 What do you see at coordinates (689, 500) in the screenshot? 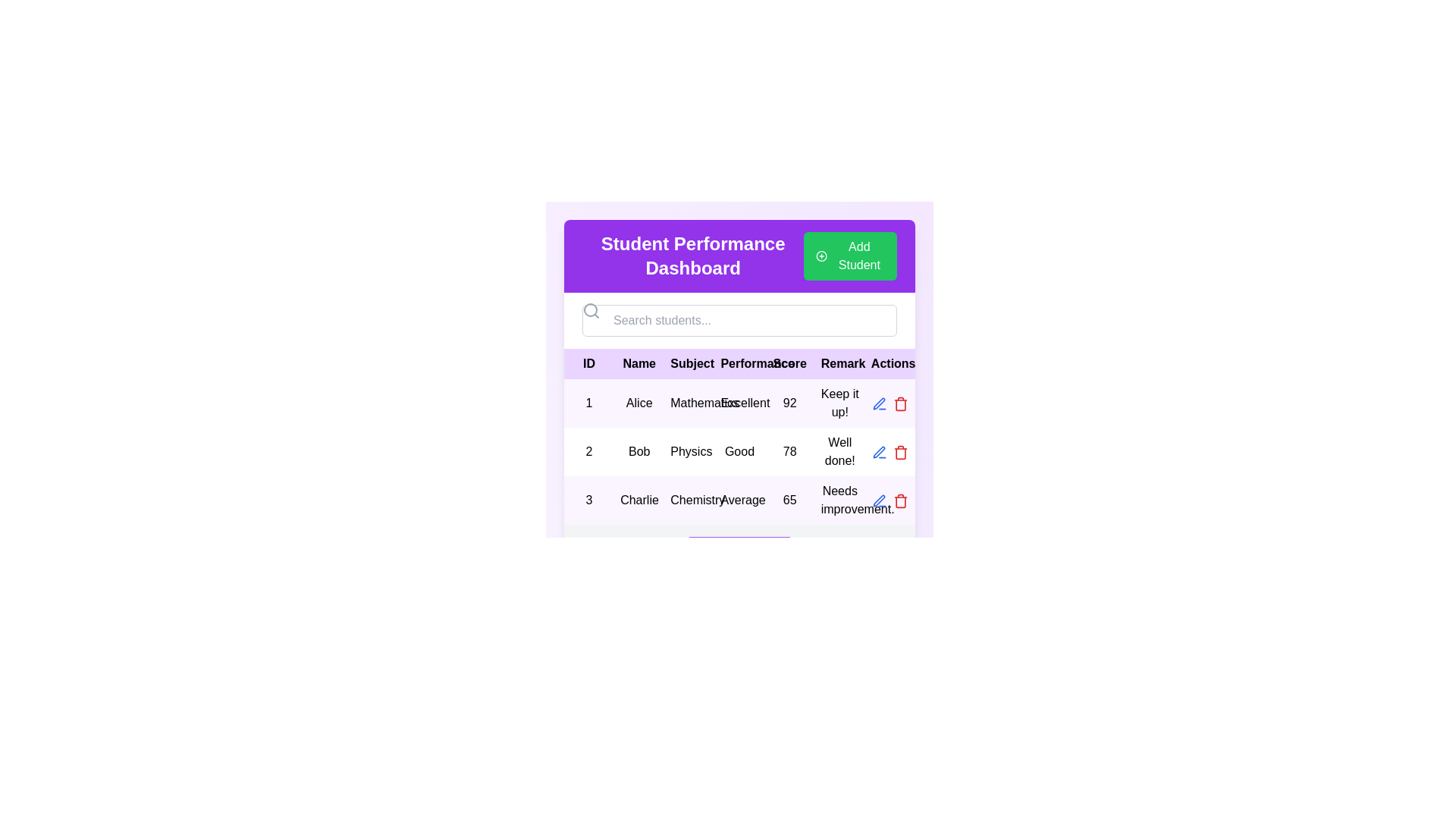
I see `the static text element displaying 'Chemistry' in black color, which is part of the third row in a table under the 'Subject' column` at bounding box center [689, 500].